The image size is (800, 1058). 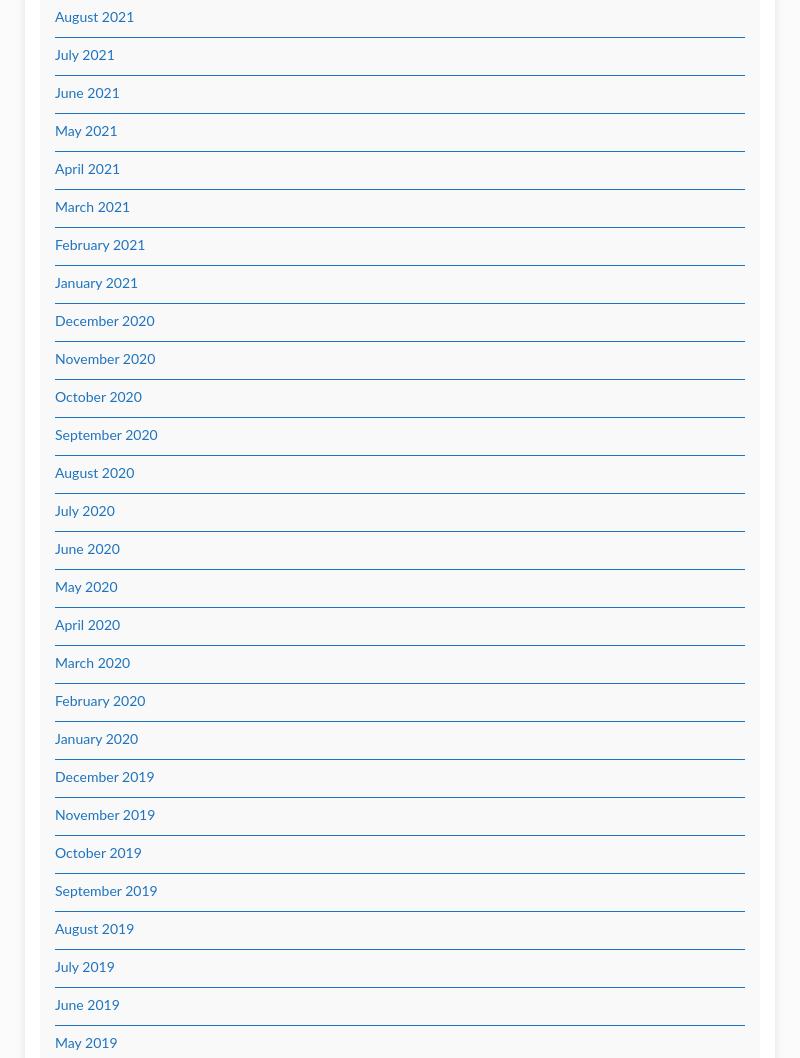 I want to click on 'February 2020', so click(x=100, y=700).